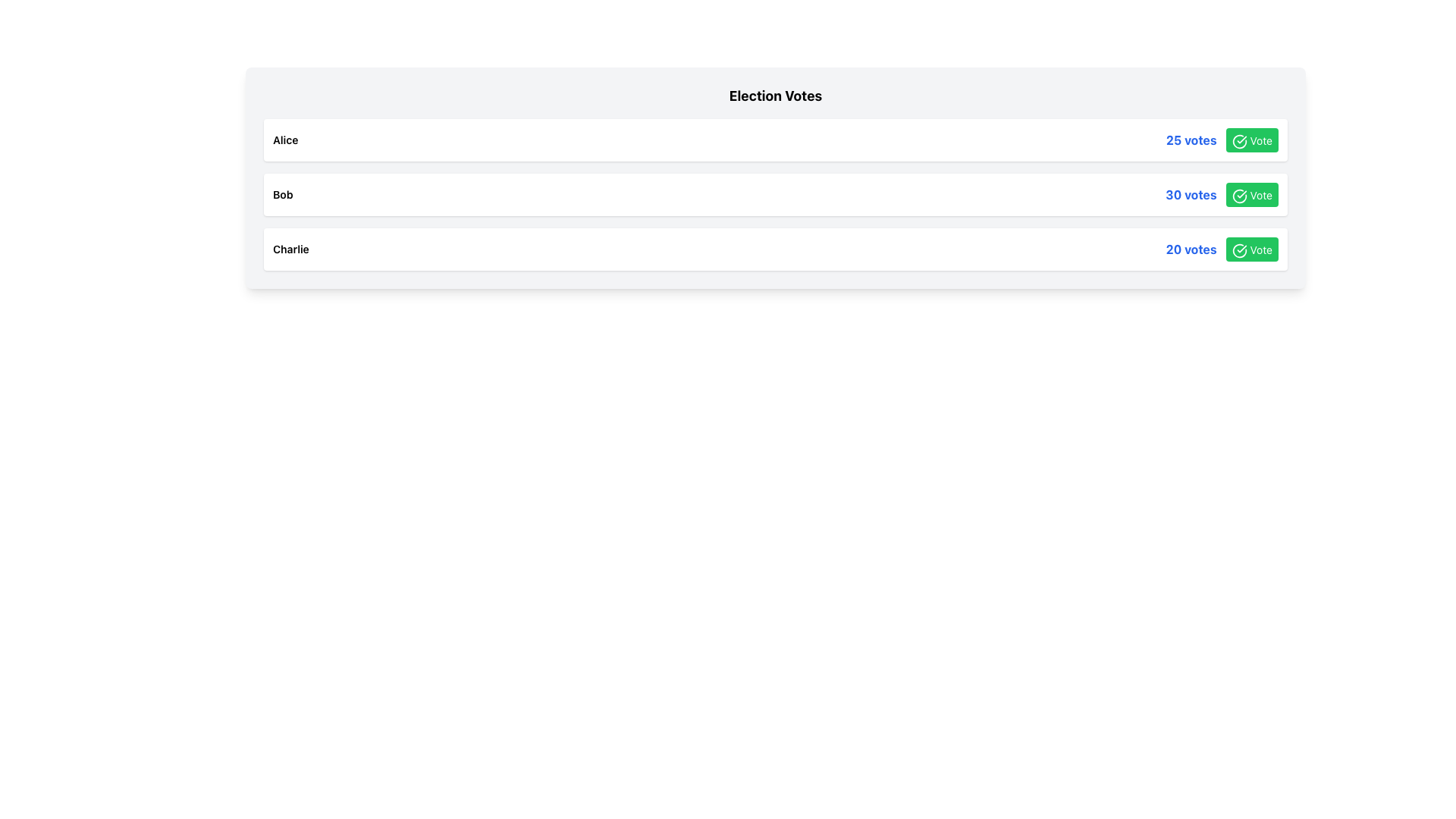 The height and width of the screenshot is (819, 1456). Describe the element at coordinates (1222, 140) in the screenshot. I see `the 'Vote' button located on the right side of the label 'Alice', which displays the number of votes as '25 votes' and includes a checkmark graphic` at that location.